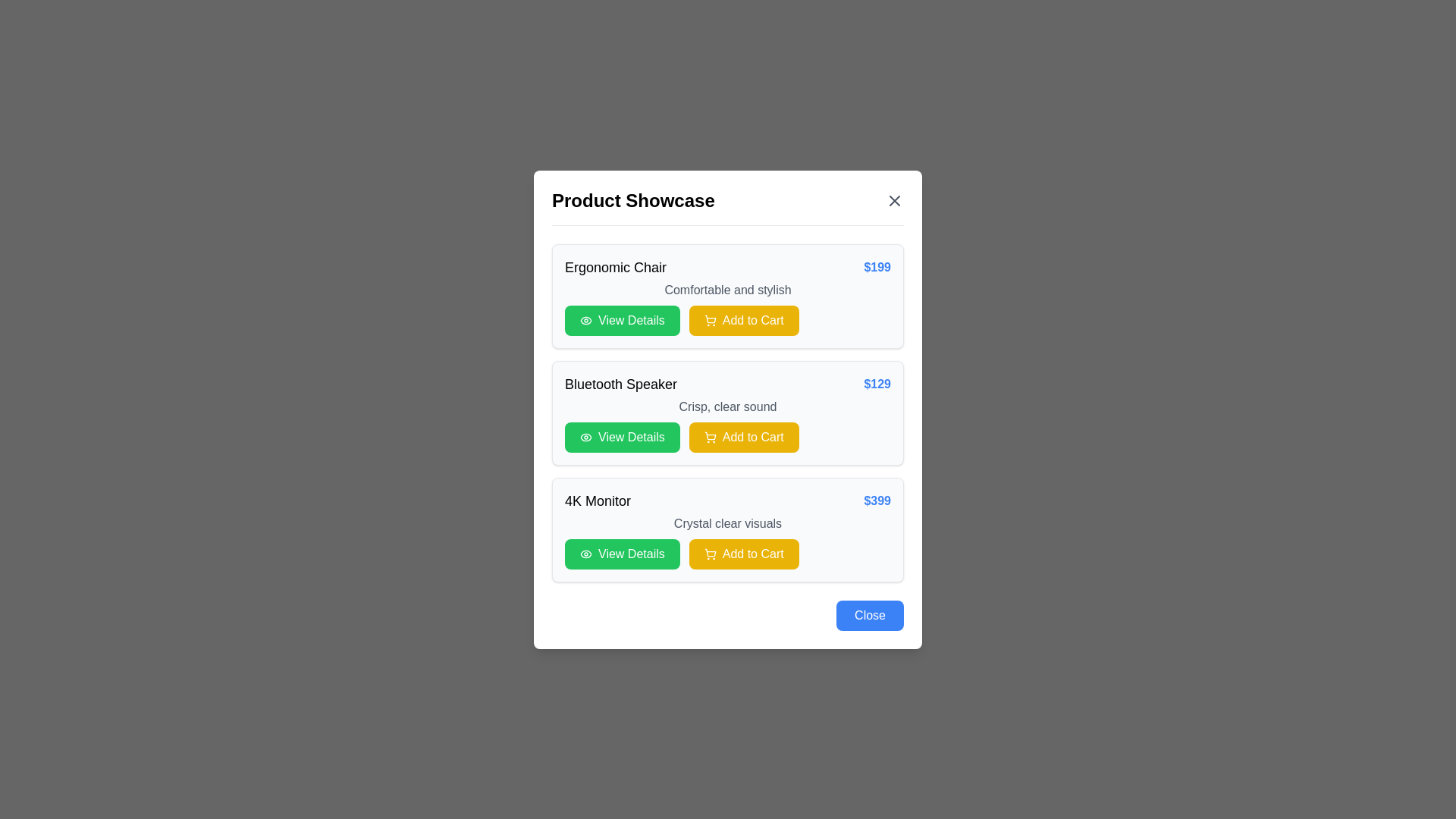 The height and width of the screenshot is (819, 1456). Describe the element at coordinates (597, 500) in the screenshot. I see `product title label for '4K Monitor' located at the bottom left of the product card, which also displays the price '$399' on the right` at that location.